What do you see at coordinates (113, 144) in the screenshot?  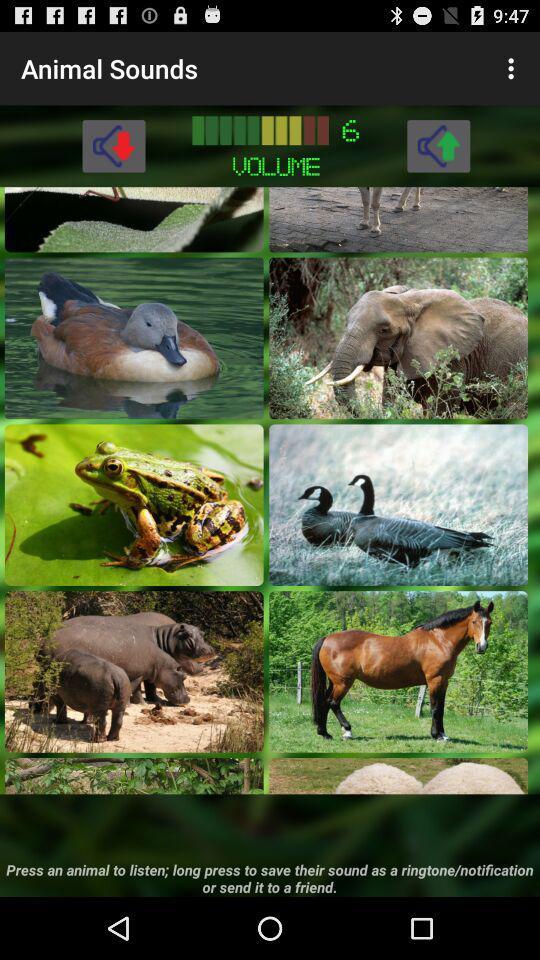 I see `lower volume` at bounding box center [113, 144].